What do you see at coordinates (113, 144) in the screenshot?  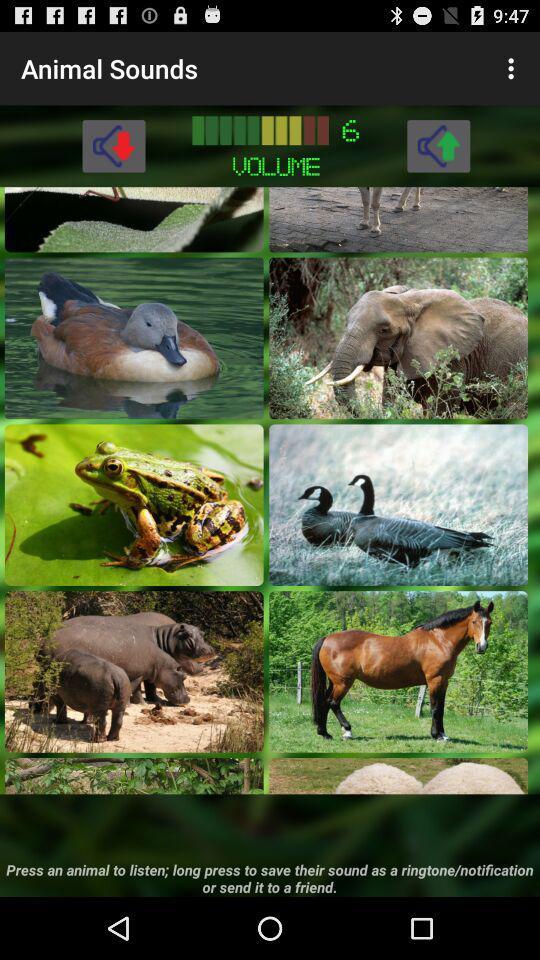 I see `lower volume` at bounding box center [113, 144].